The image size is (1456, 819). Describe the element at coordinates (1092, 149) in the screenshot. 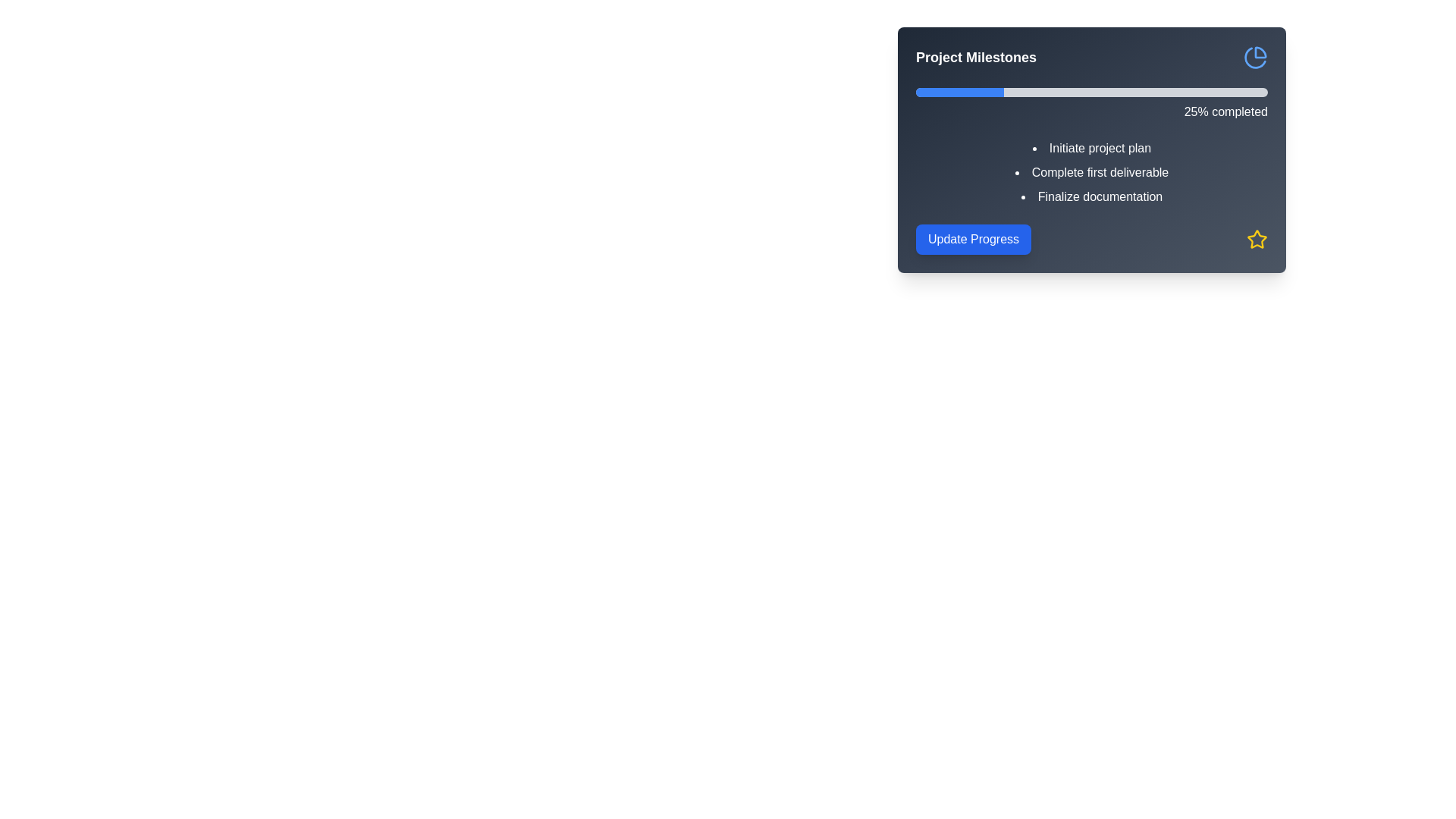

I see `the label displaying 'Initiate project plan' under the 'Project Milestones' section, which is the first item in the milestone tasks list` at that location.